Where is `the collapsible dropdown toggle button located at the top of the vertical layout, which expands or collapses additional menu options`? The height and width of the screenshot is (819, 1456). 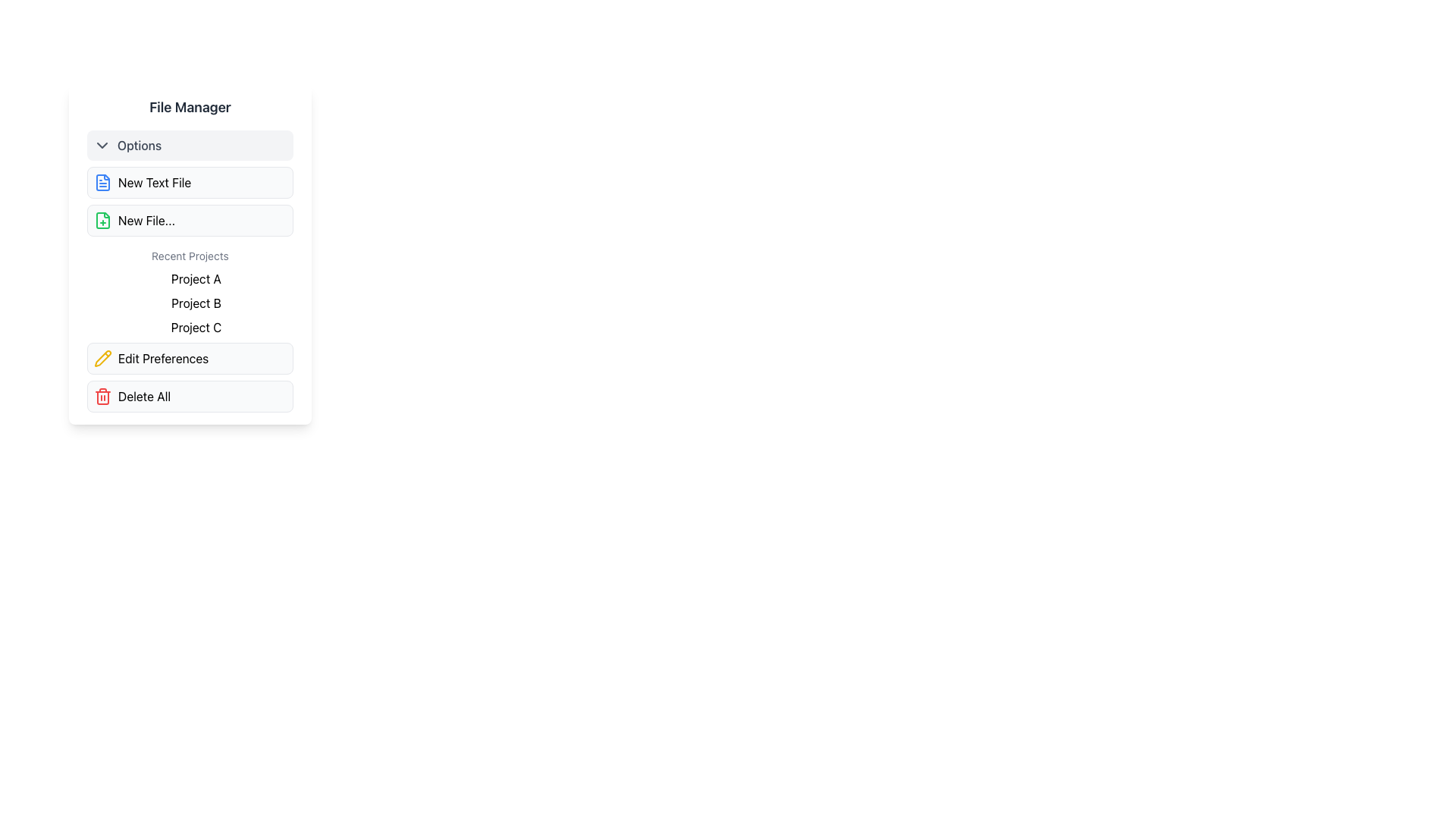
the collapsible dropdown toggle button located at the top of the vertical layout, which expands or collapses additional menu options is located at coordinates (189, 146).